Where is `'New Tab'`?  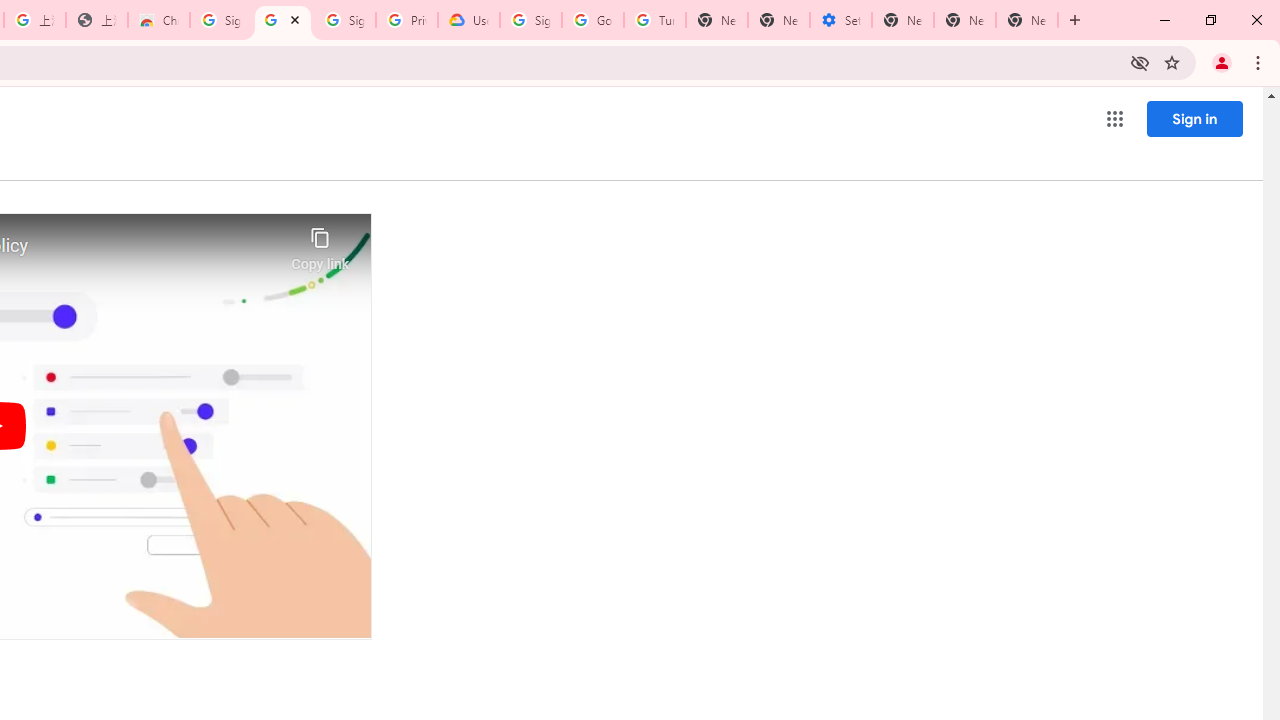 'New Tab' is located at coordinates (1027, 20).